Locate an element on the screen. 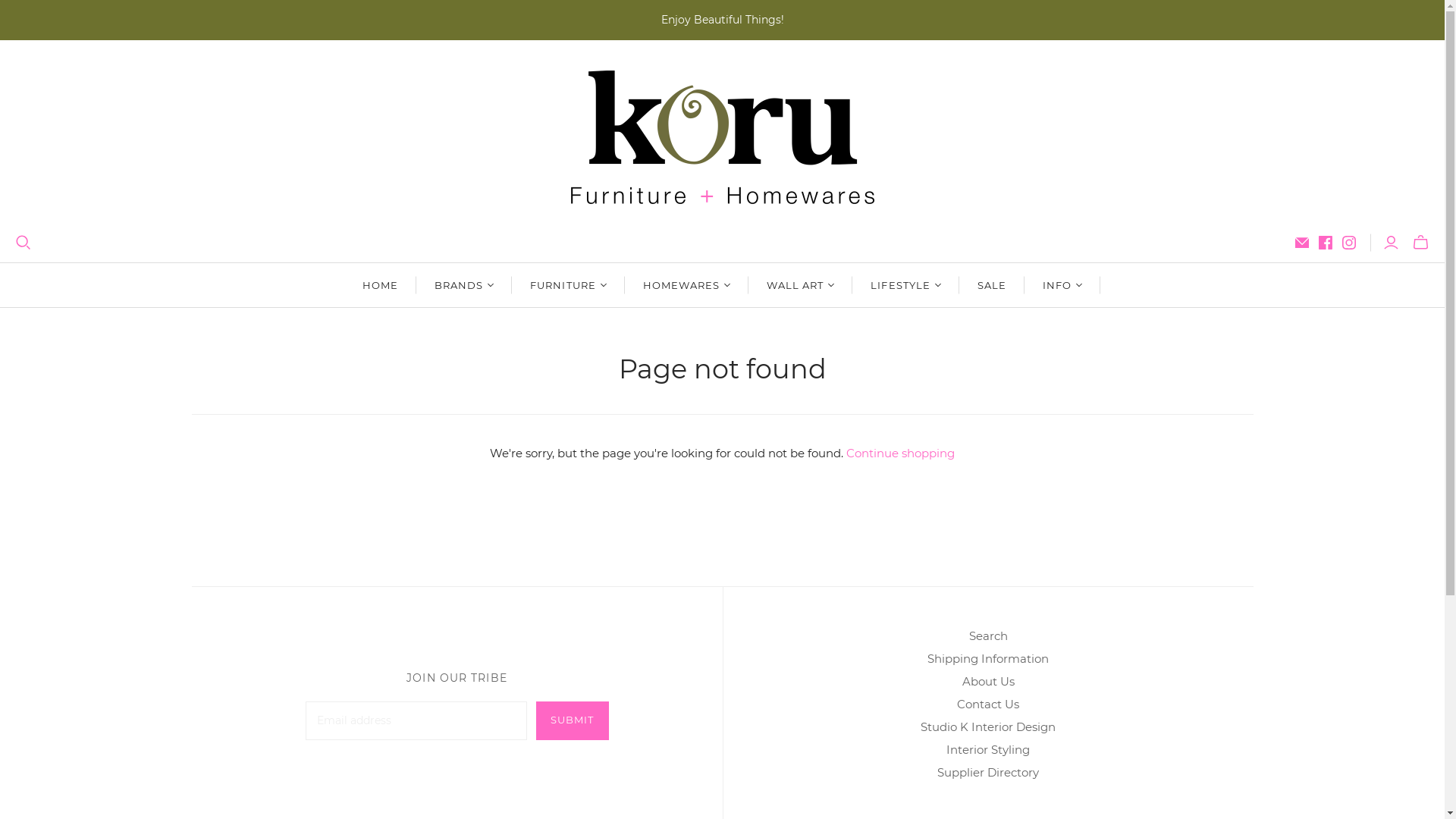 The width and height of the screenshot is (1456, 819). 'Supplier Directory' is located at coordinates (987, 772).